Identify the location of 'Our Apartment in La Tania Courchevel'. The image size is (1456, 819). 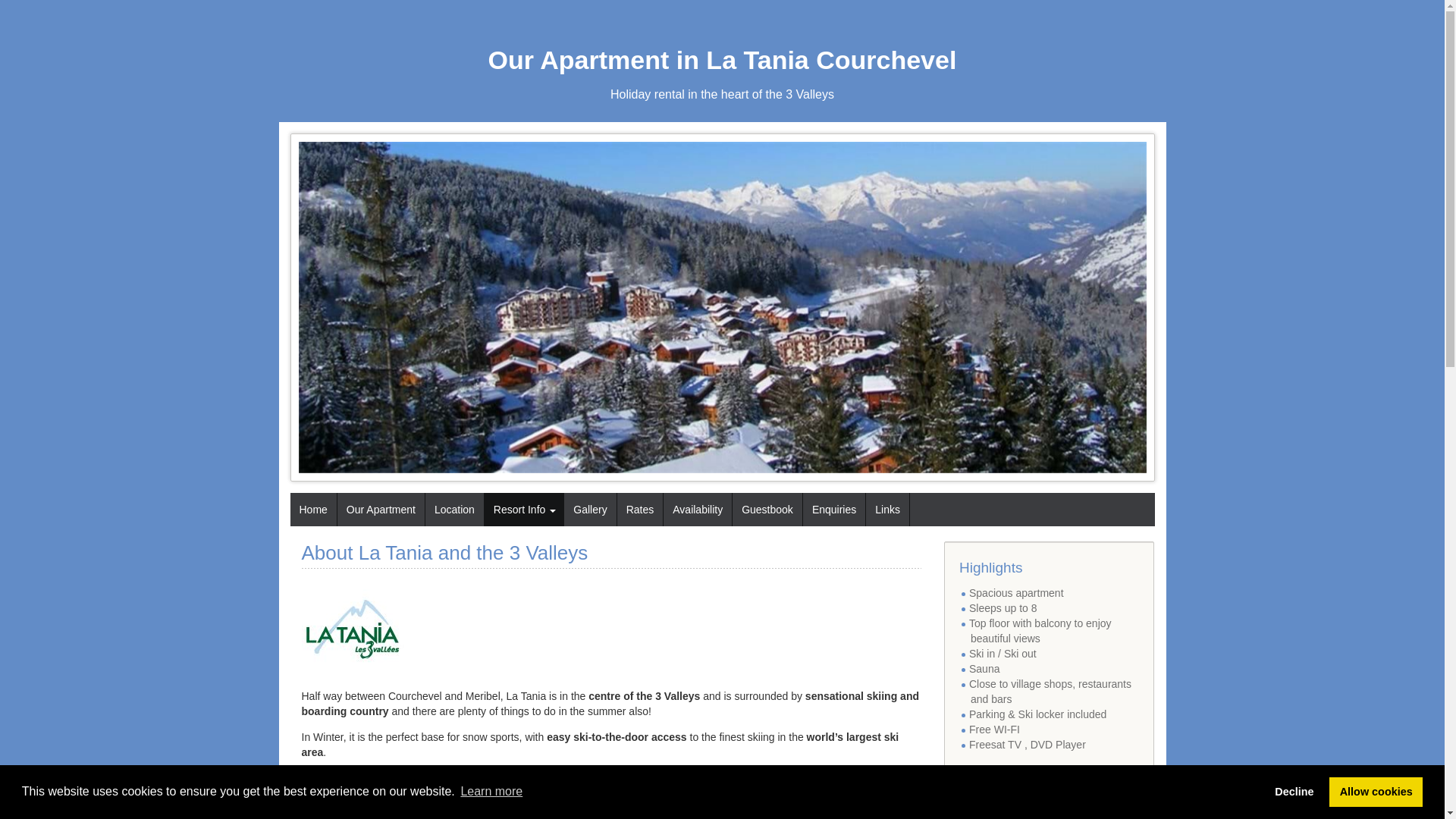
(722, 59).